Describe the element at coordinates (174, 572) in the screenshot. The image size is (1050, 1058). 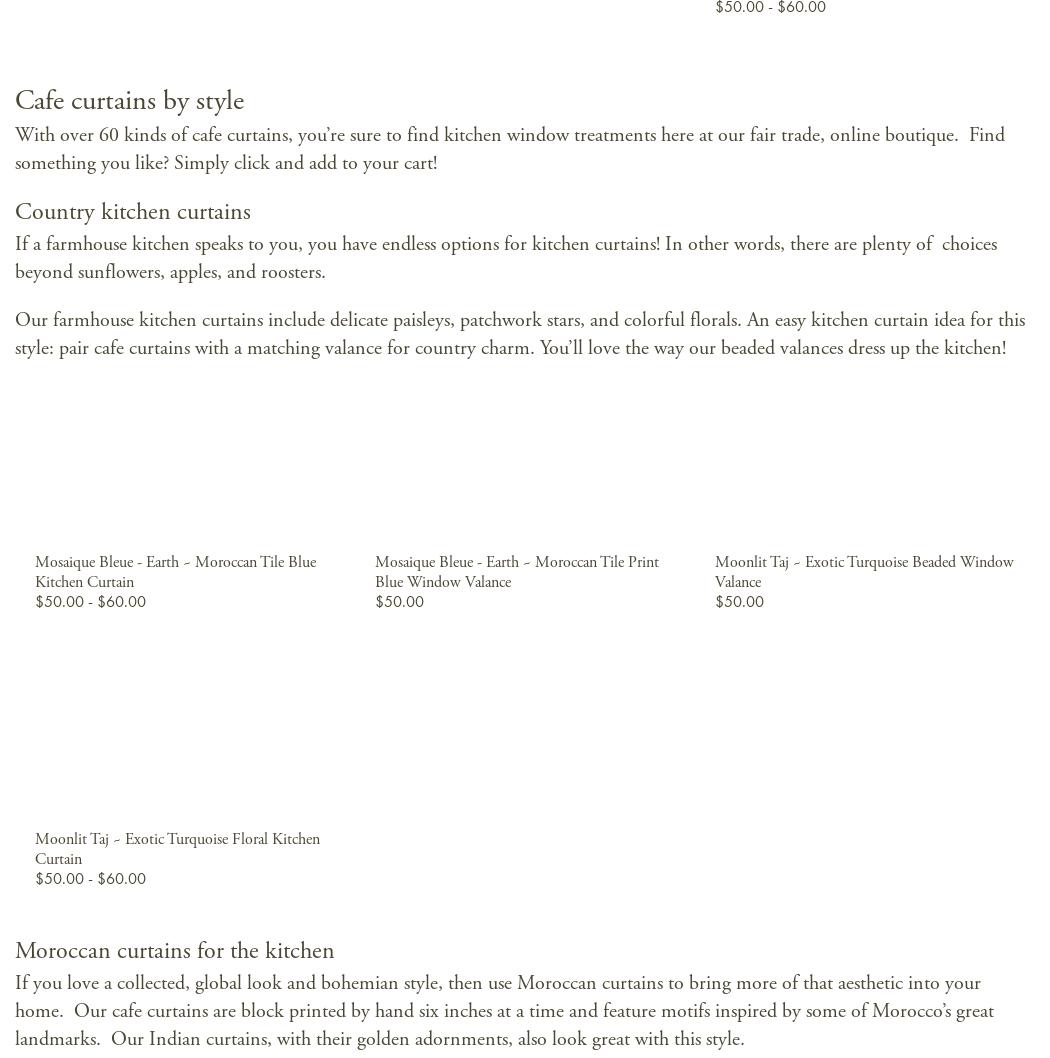
I see `'Mosaique Bleue - Earth ~ Moroccan Tile Blue Kitchen Curtain'` at that location.